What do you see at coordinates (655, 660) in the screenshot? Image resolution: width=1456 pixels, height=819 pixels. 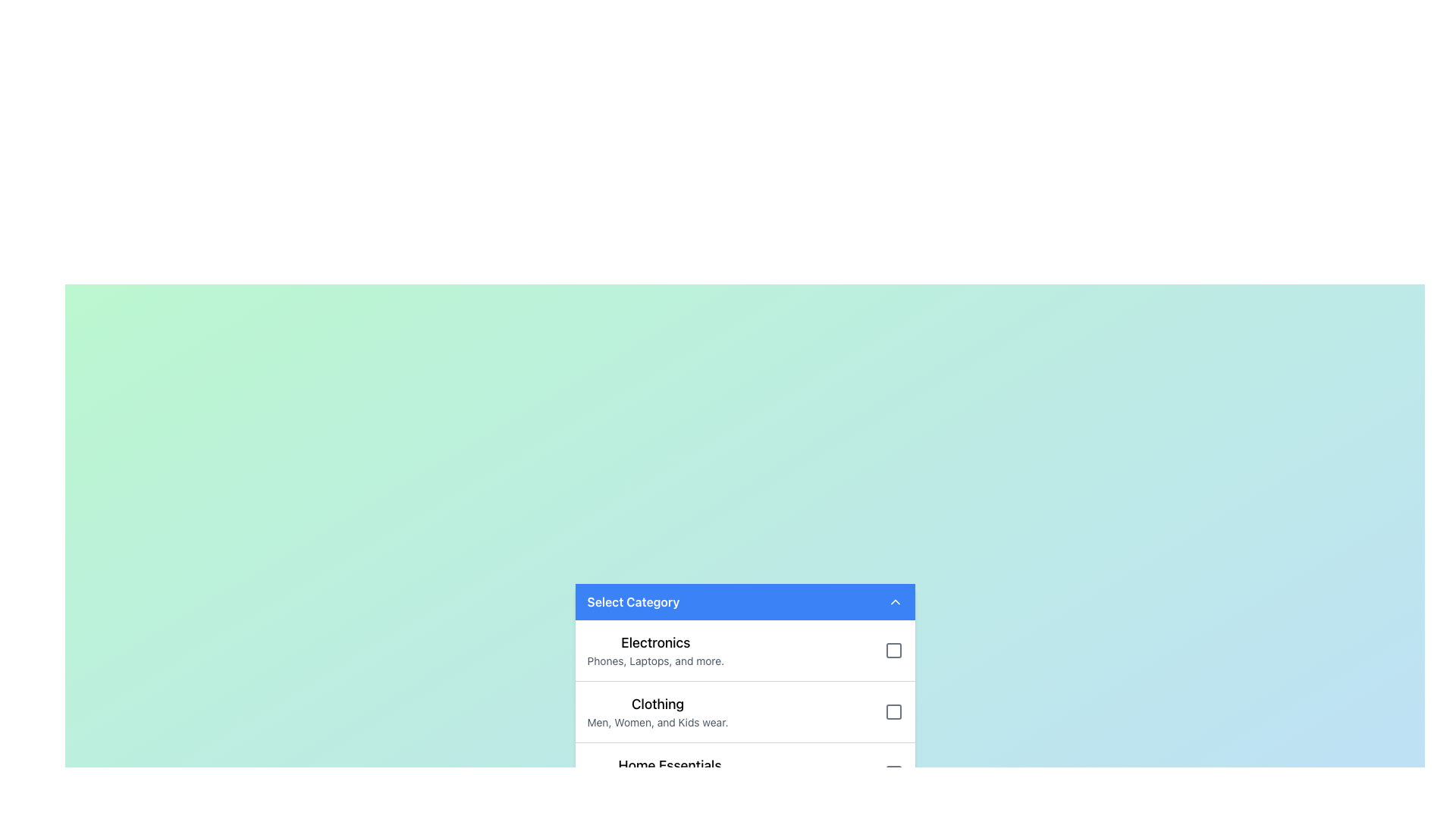 I see `descriptive text element that says 'Phones, Laptops, and more.' located below the 'Electronics' label in the card` at bounding box center [655, 660].